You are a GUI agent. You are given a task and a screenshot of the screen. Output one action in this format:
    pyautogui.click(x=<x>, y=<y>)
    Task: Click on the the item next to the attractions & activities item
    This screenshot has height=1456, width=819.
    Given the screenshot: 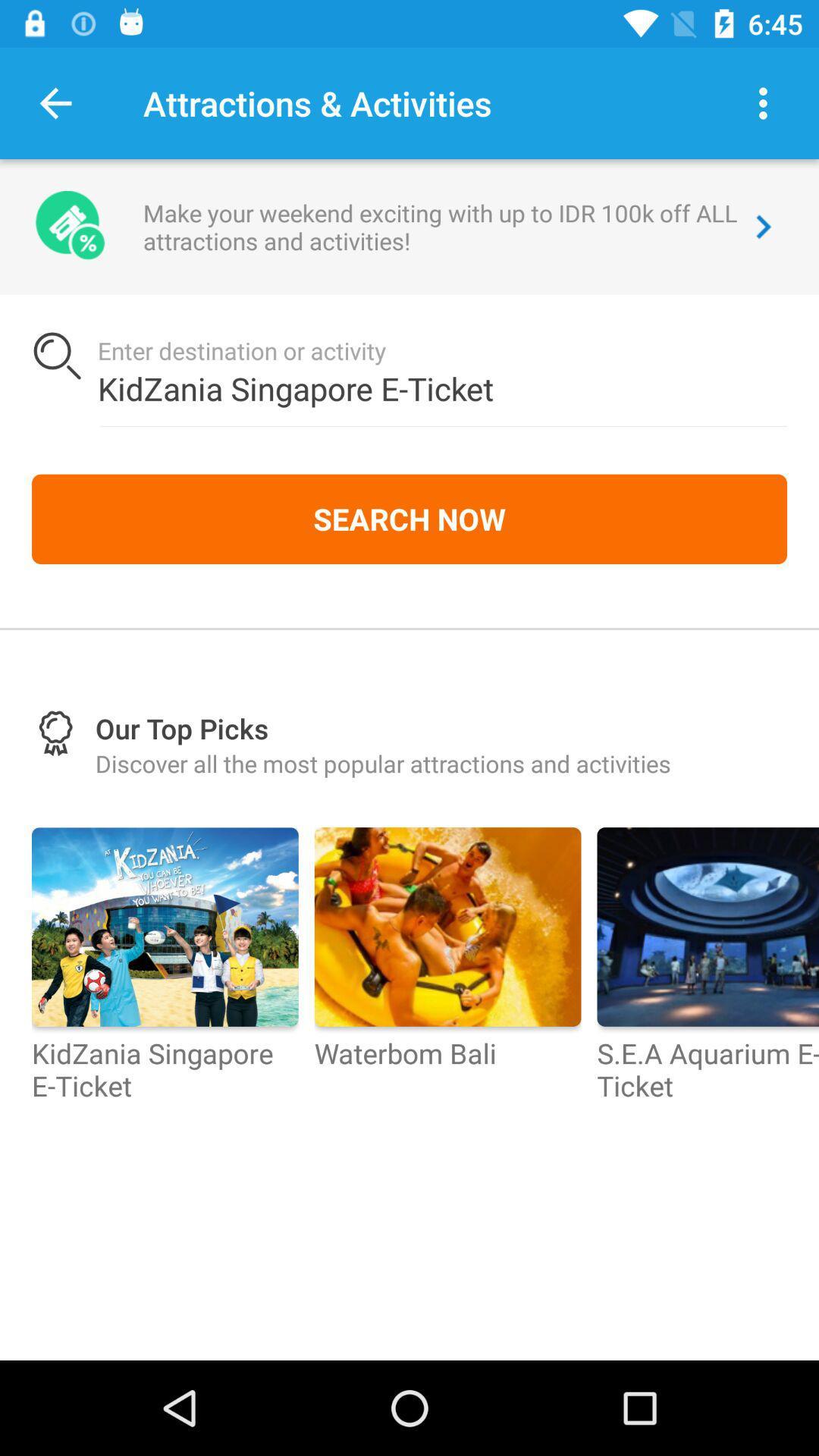 What is the action you would take?
    pyautogui.click(x=55, y=102)
    